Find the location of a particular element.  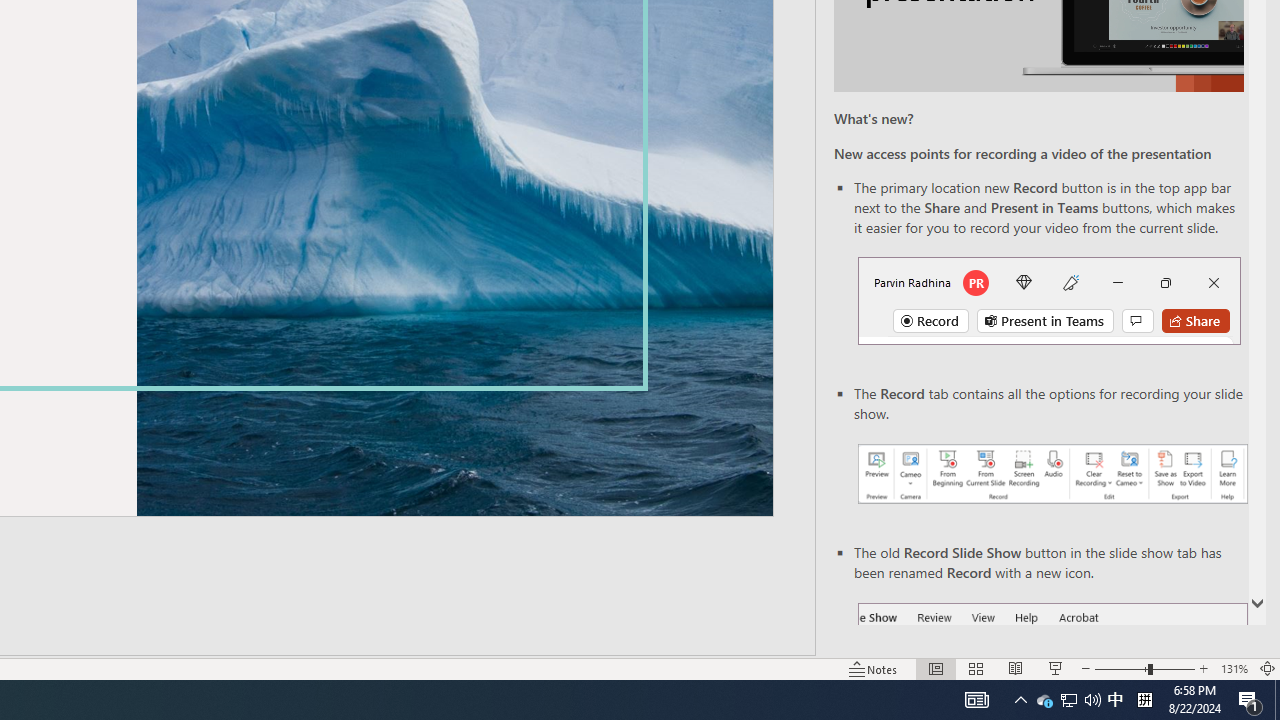

'Zoom 131%' is located at coordinates (1233, 669).